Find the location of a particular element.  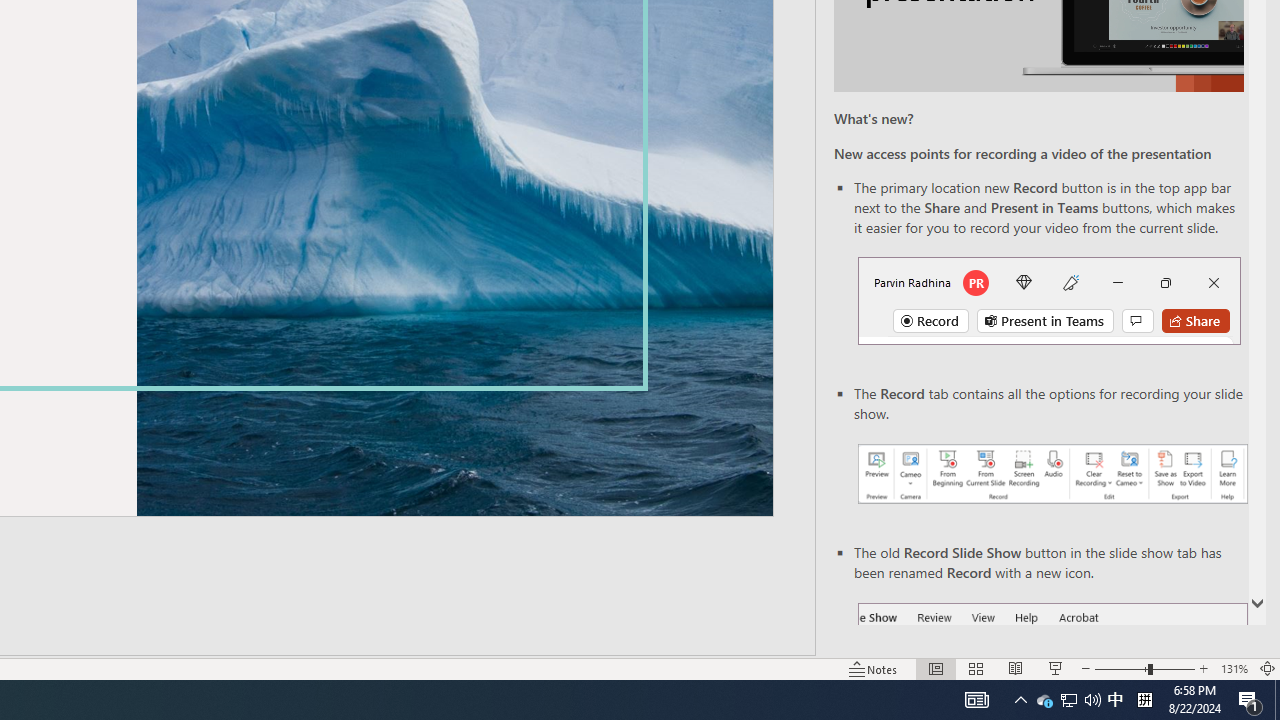

'Zoom 131%' is located at coordinates (1233, 669).